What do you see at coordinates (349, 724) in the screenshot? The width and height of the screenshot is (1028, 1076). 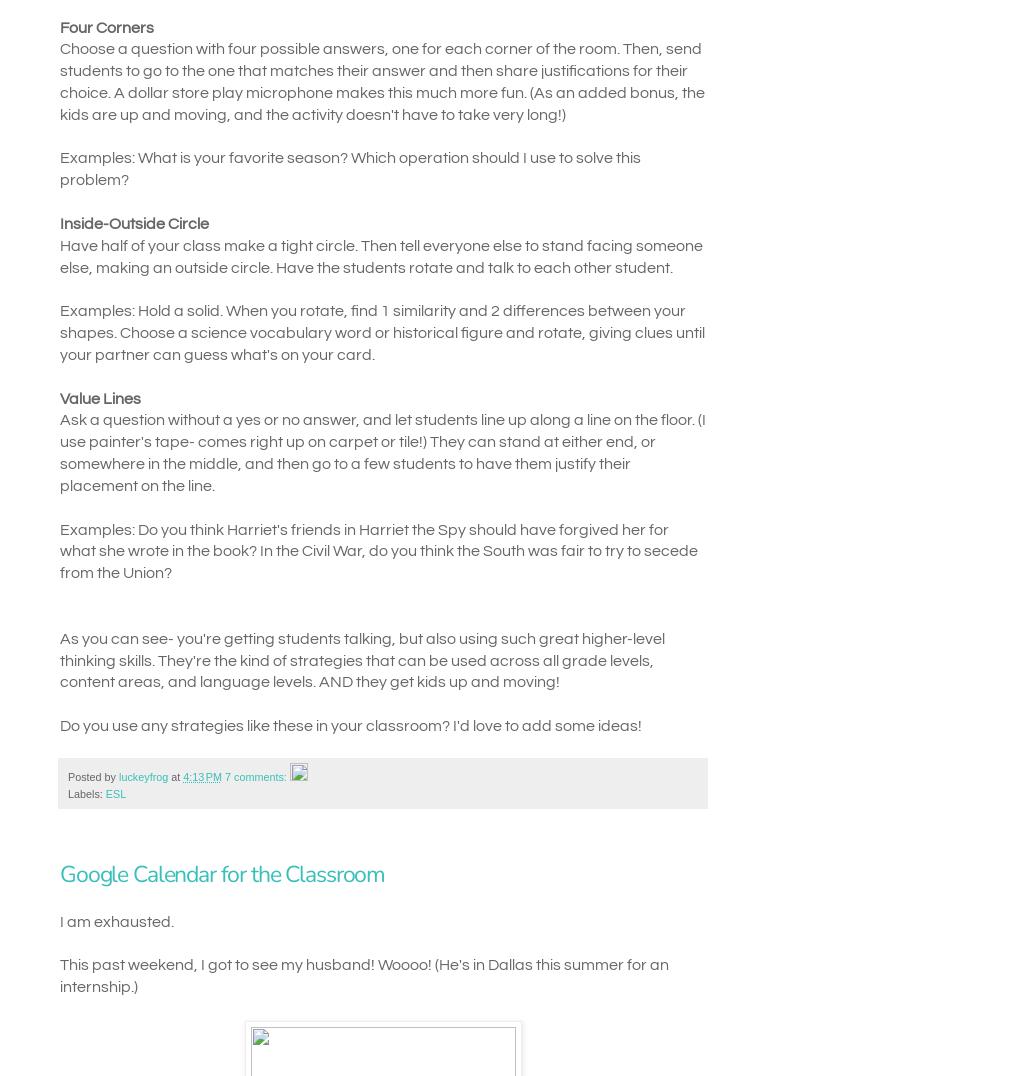 I see `'Do you use any strategies like these in your classroom? I'd love to add some ideas!'` at bounding box center [349, 724].